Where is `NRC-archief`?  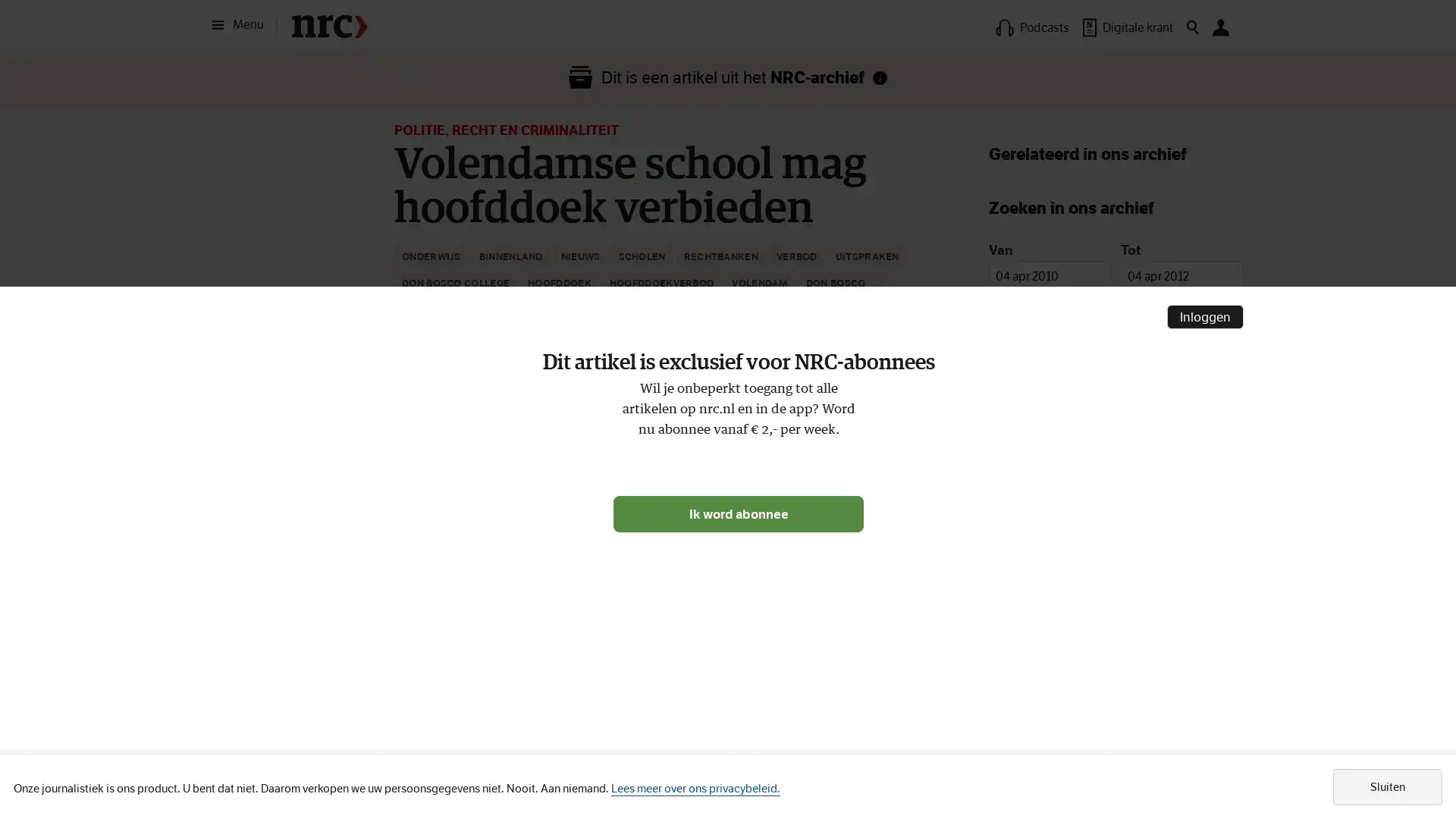 NRC-archief is located at coordinates (880, 77).